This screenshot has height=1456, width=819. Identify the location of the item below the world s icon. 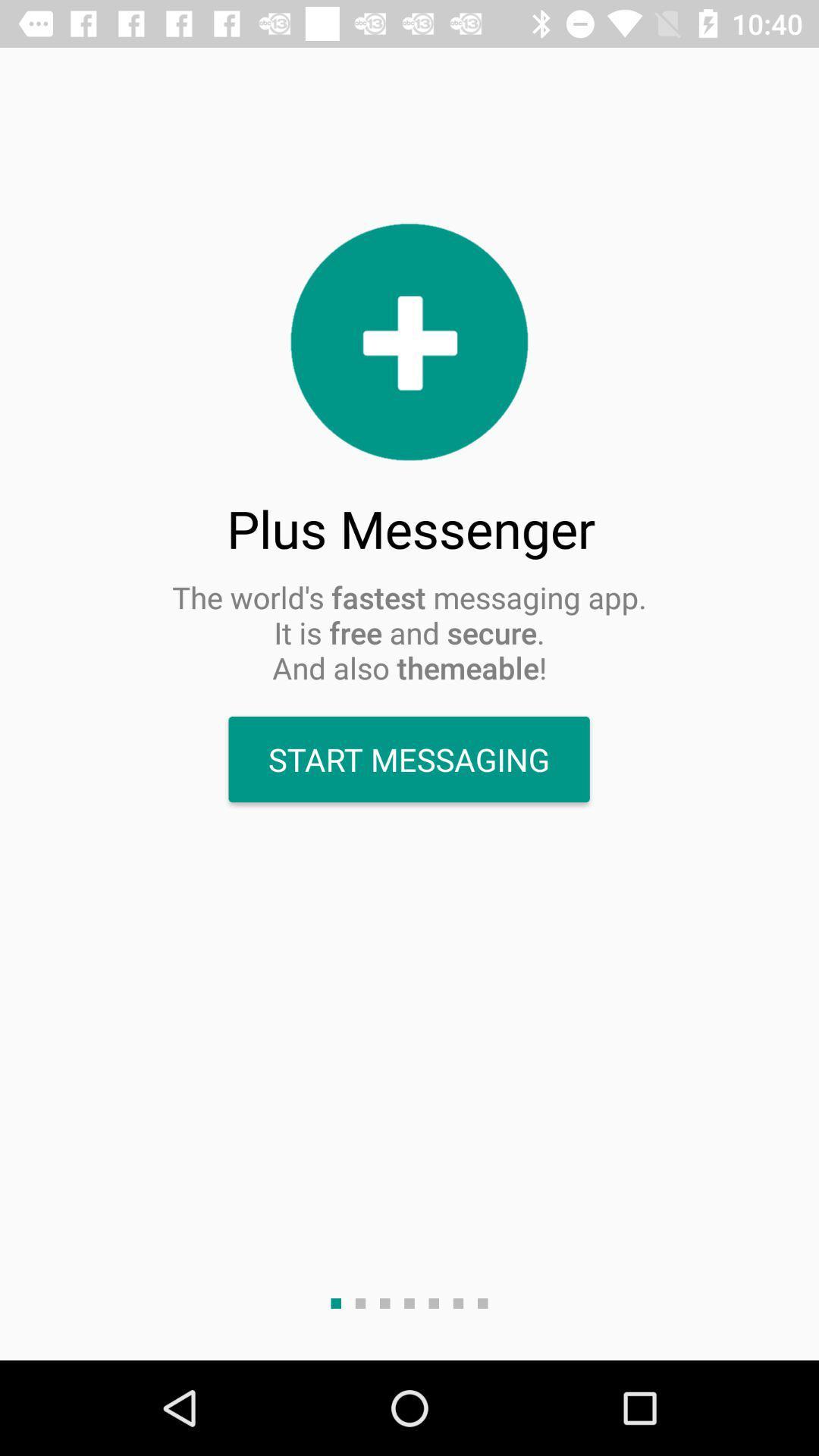
(408, 759).